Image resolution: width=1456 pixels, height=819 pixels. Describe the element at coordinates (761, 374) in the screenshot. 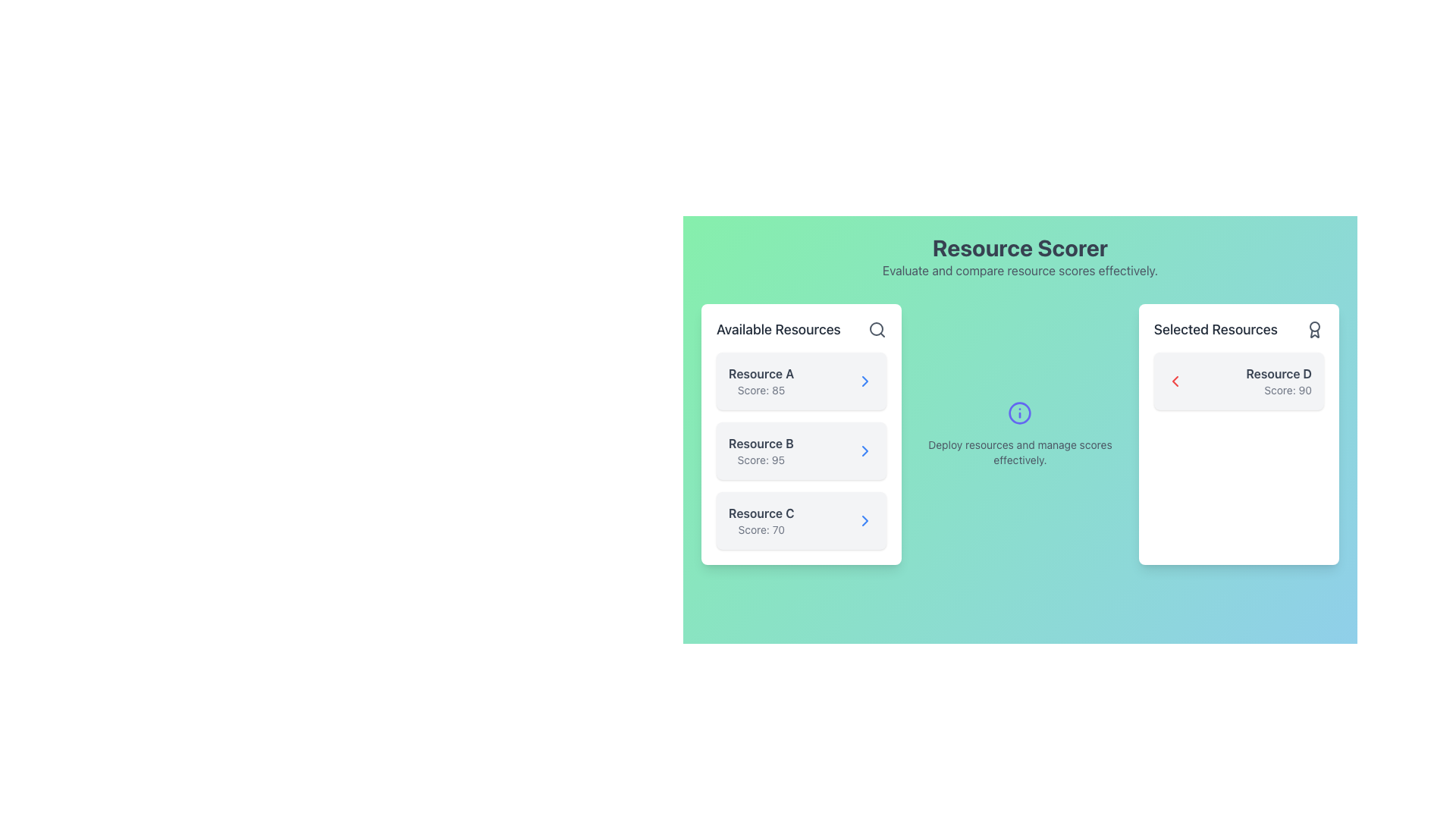

I see `the text label displaying 'Resource A', which is in bold gray font at the top-left corner of the first item in a vertical list of resources` at that location.